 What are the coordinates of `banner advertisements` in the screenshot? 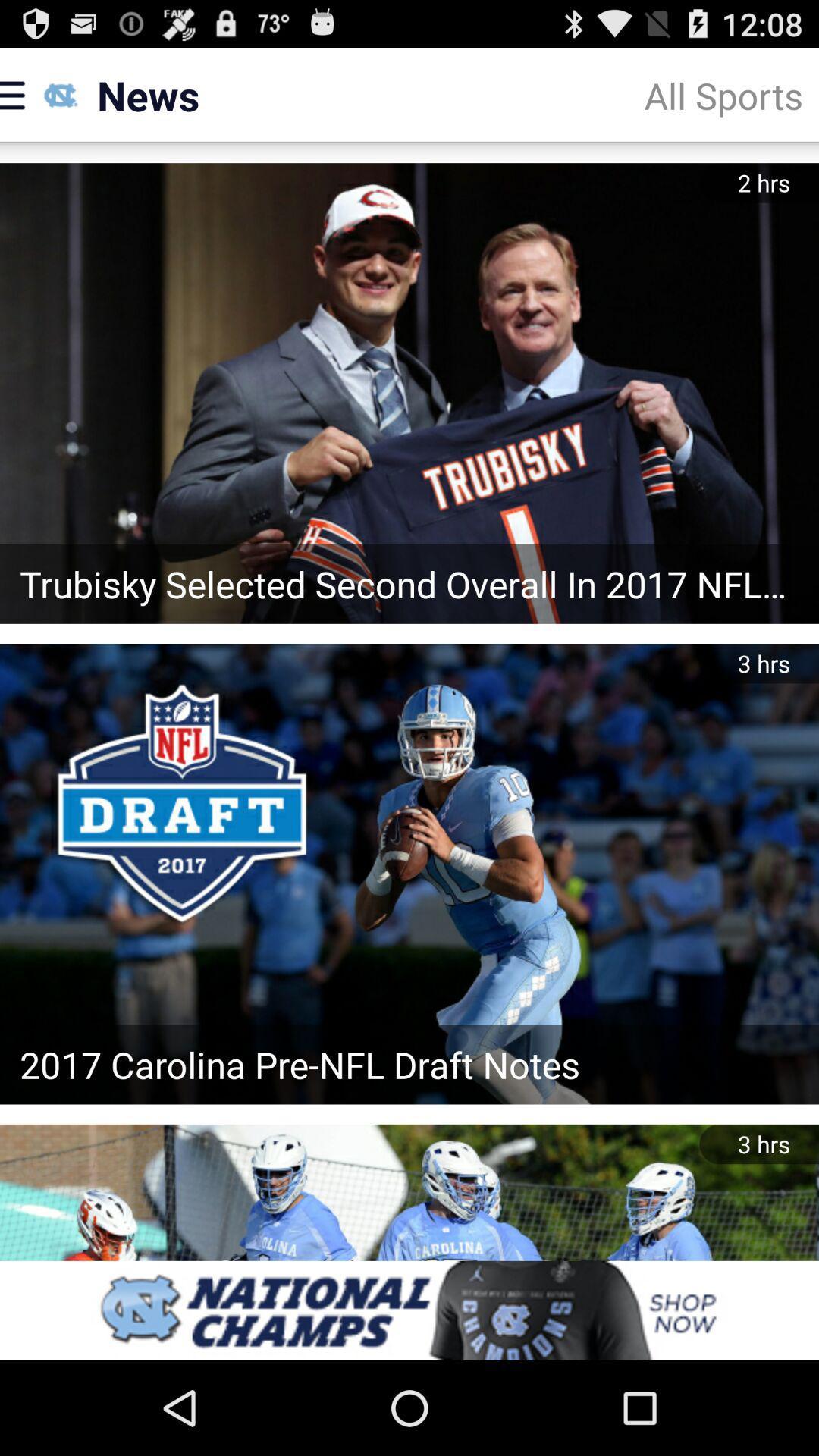 It's located at (409, 1310).